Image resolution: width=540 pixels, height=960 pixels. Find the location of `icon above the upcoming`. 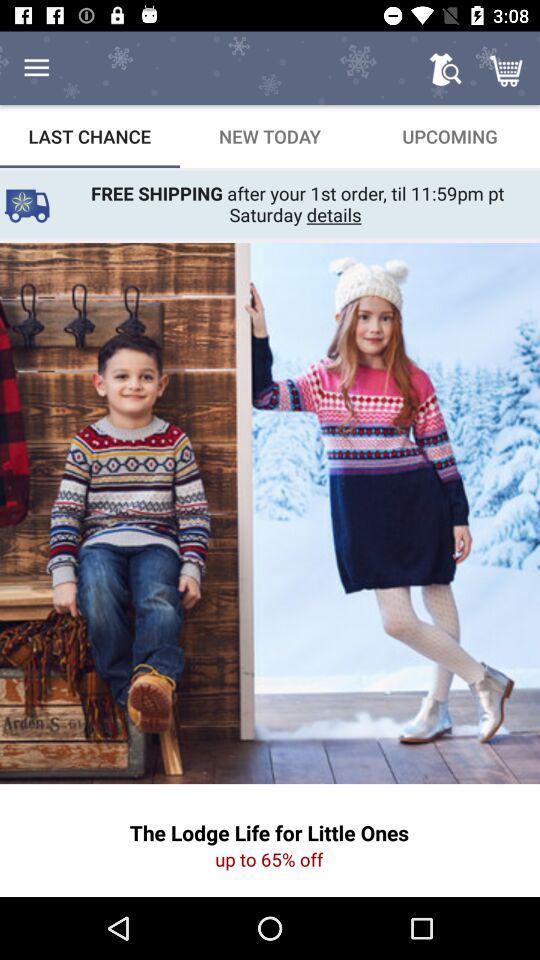

icon above the upcoming is located at coordinates (445, 68).